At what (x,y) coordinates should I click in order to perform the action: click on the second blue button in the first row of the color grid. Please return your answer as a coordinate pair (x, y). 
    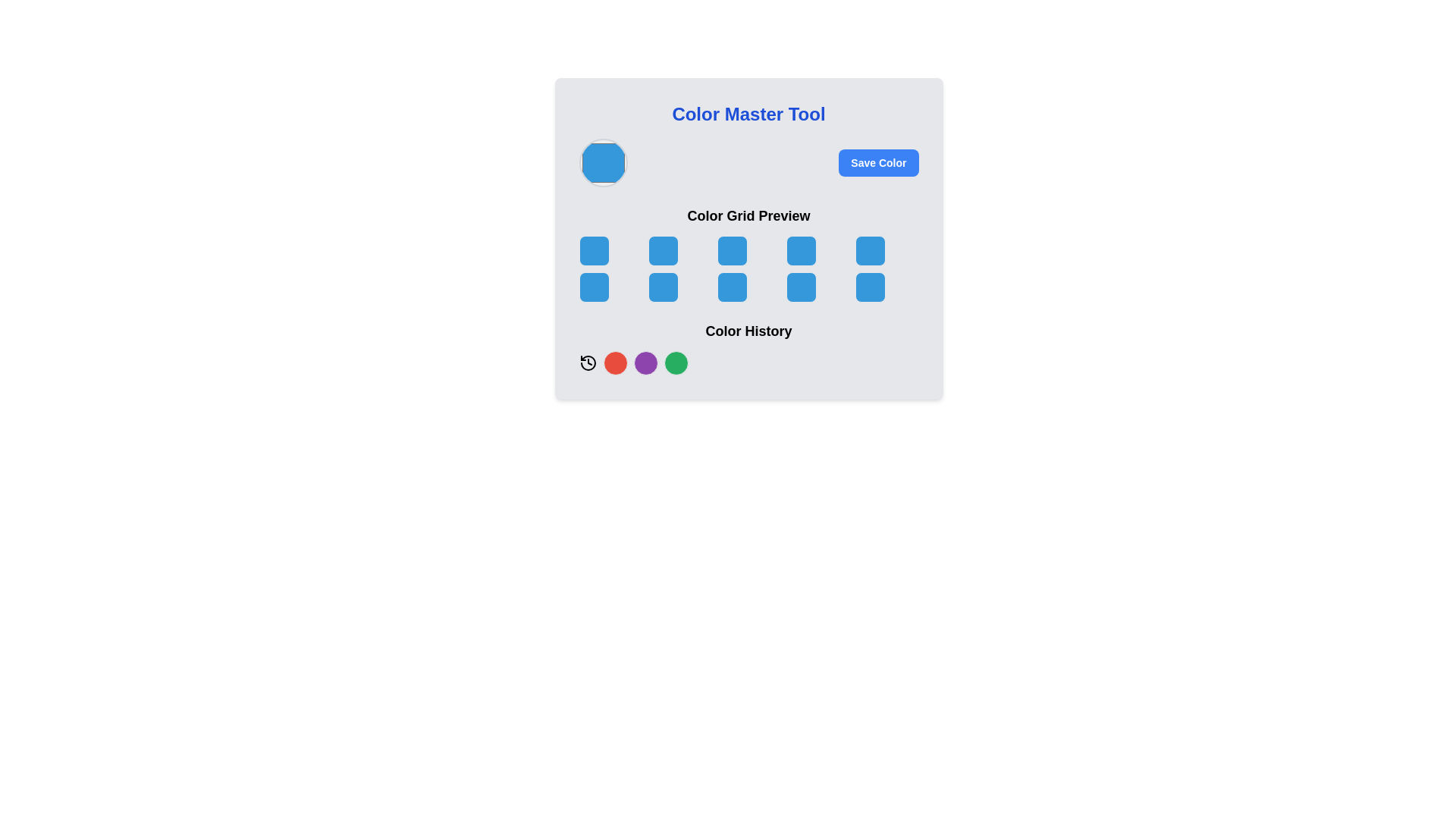
    Looking at the image, I should click on (663, 250).